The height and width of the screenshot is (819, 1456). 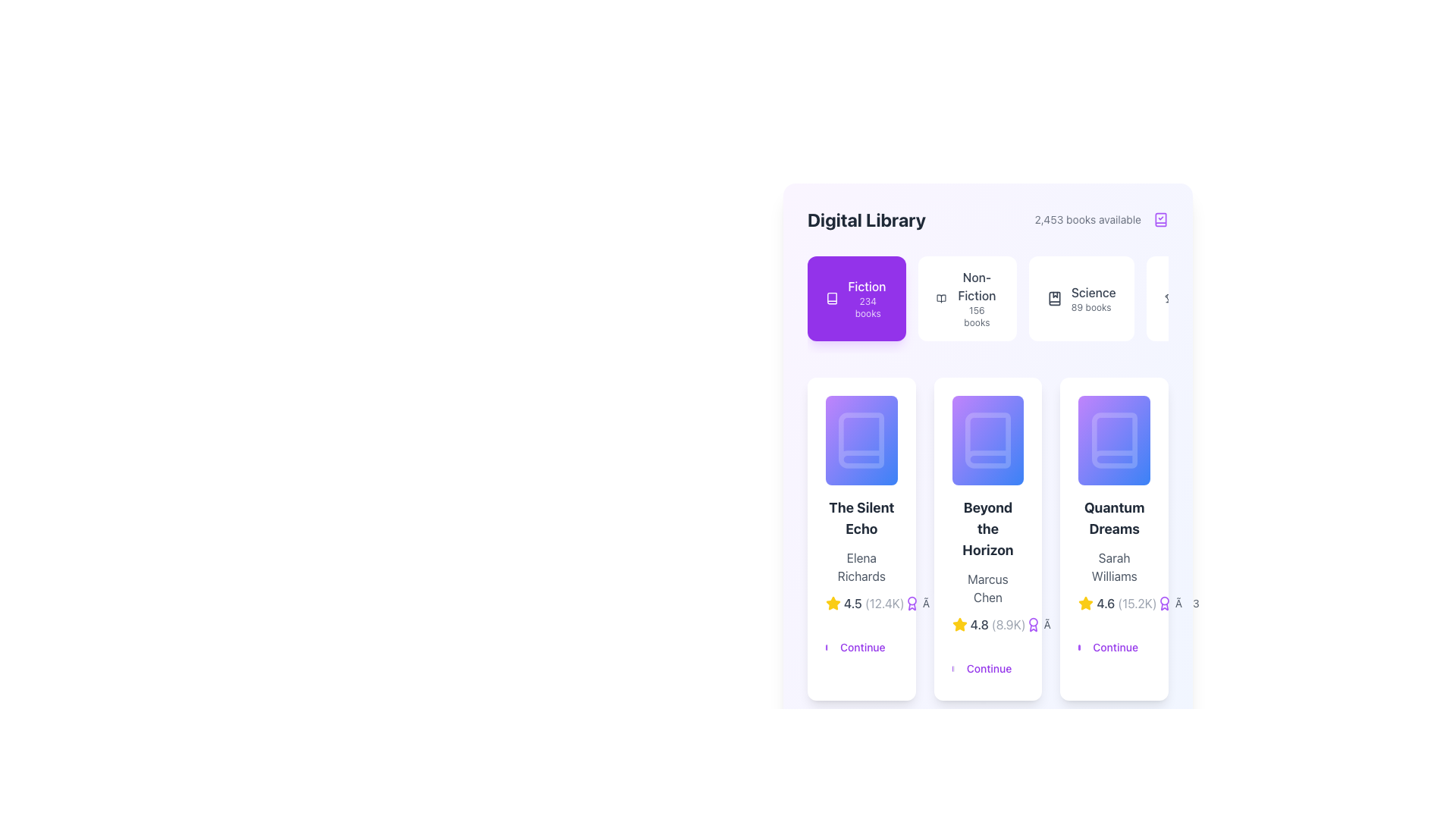 I want to click on the Static Text Display showing '4.6', which is located within the card for 'Quantum Dreams' in the 'Digital Library' interface, so click(x=1106, y=603).